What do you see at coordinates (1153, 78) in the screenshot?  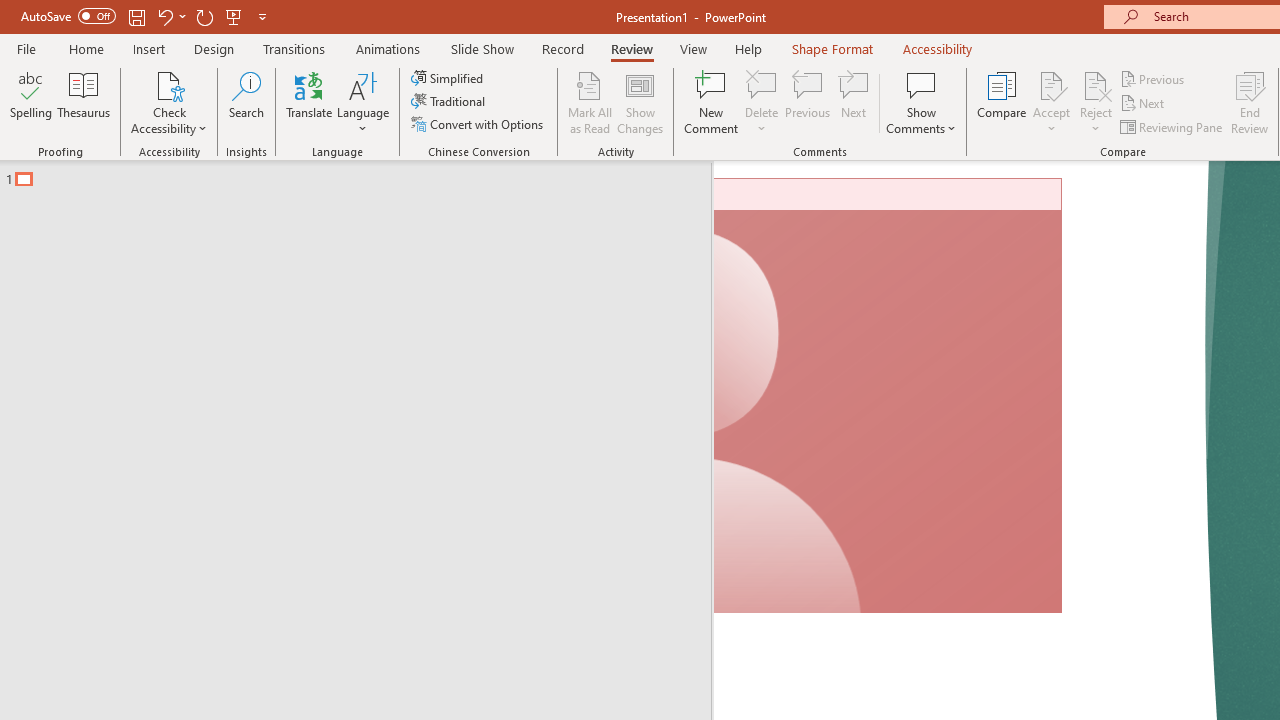 I see `'Previous'` at bounding box center [1153, 78].